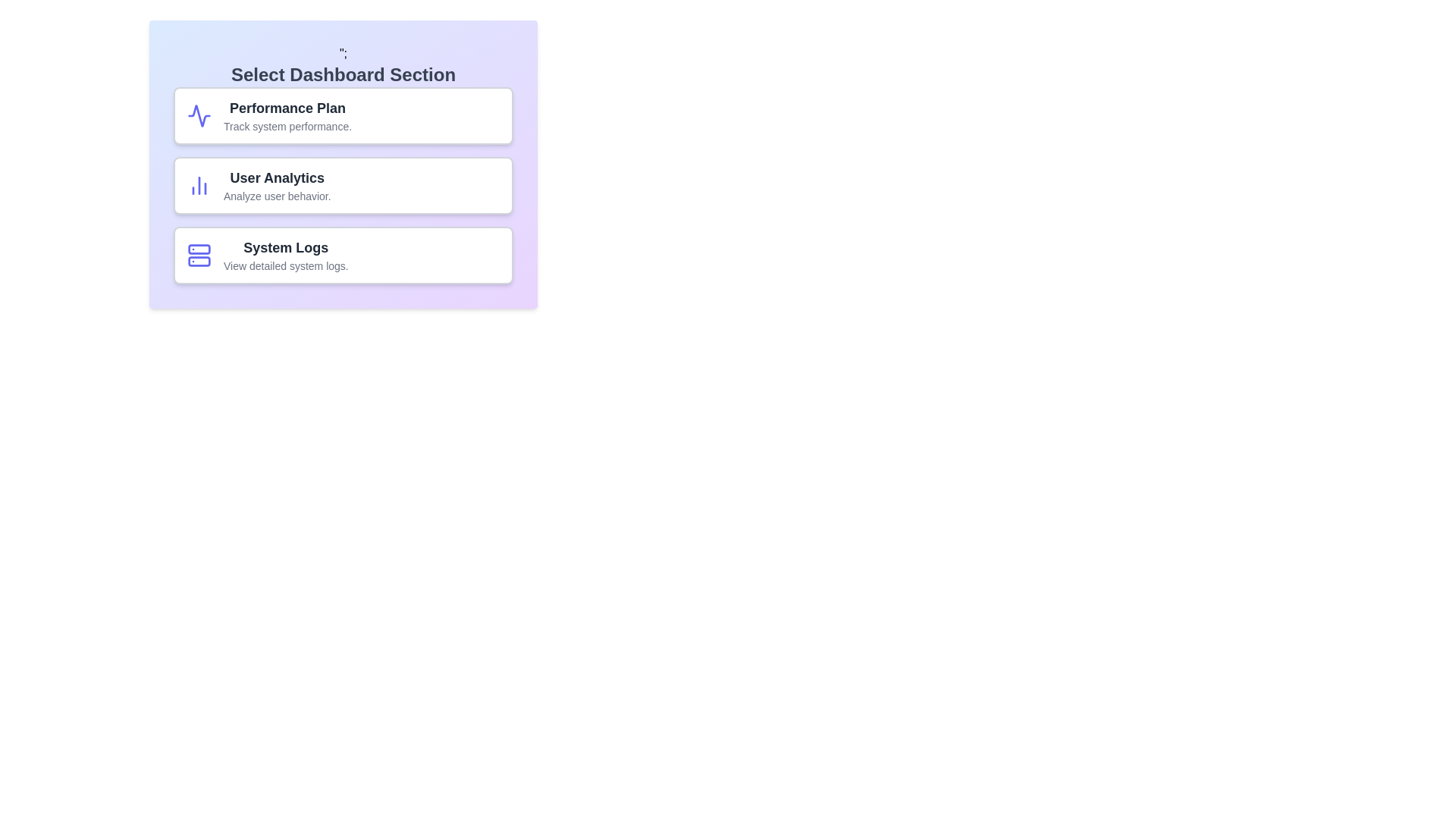 Image resolution: width=1456 pixels, height=819 pixels. What do you see at coordinates (342, 115) in the screenshot?
I see `the chip labeled 'Performance Plan'` at bounding box center [342, 115].